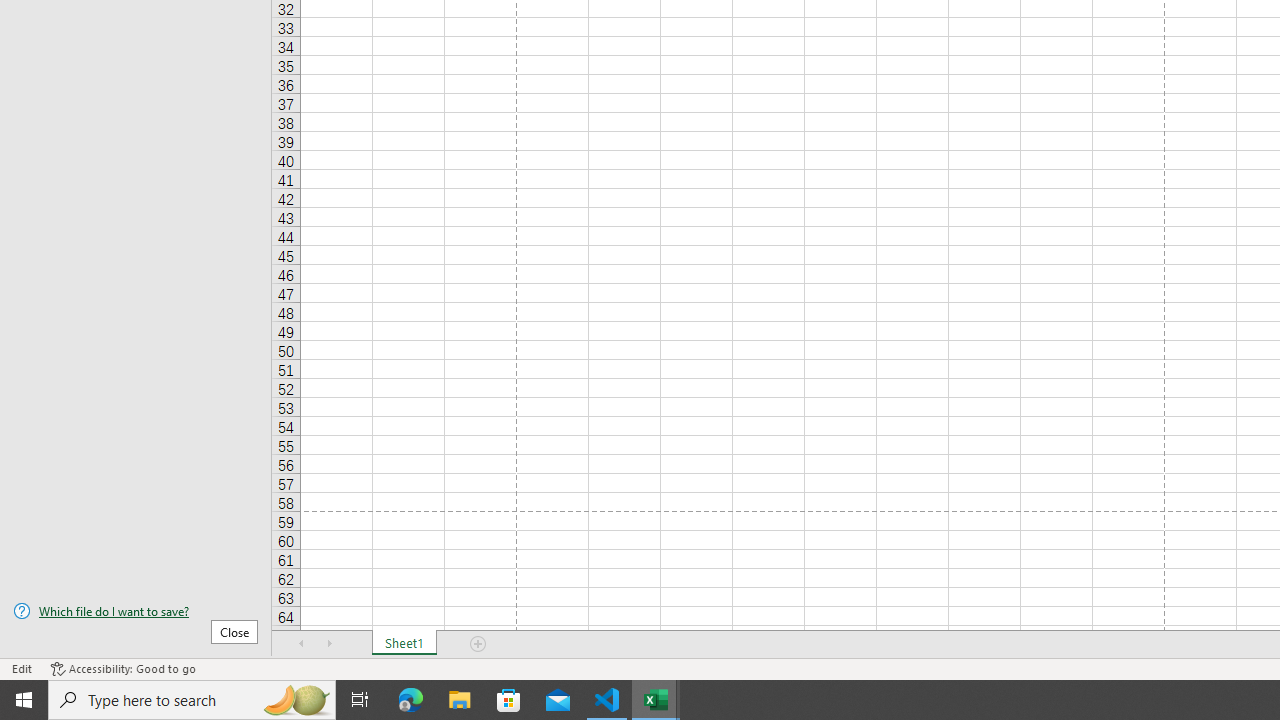 This screenshot has width=1280, height=720. Describe the element at coordinates (192, 698) in the screenshot. I see `'Type here to search'` at that location.